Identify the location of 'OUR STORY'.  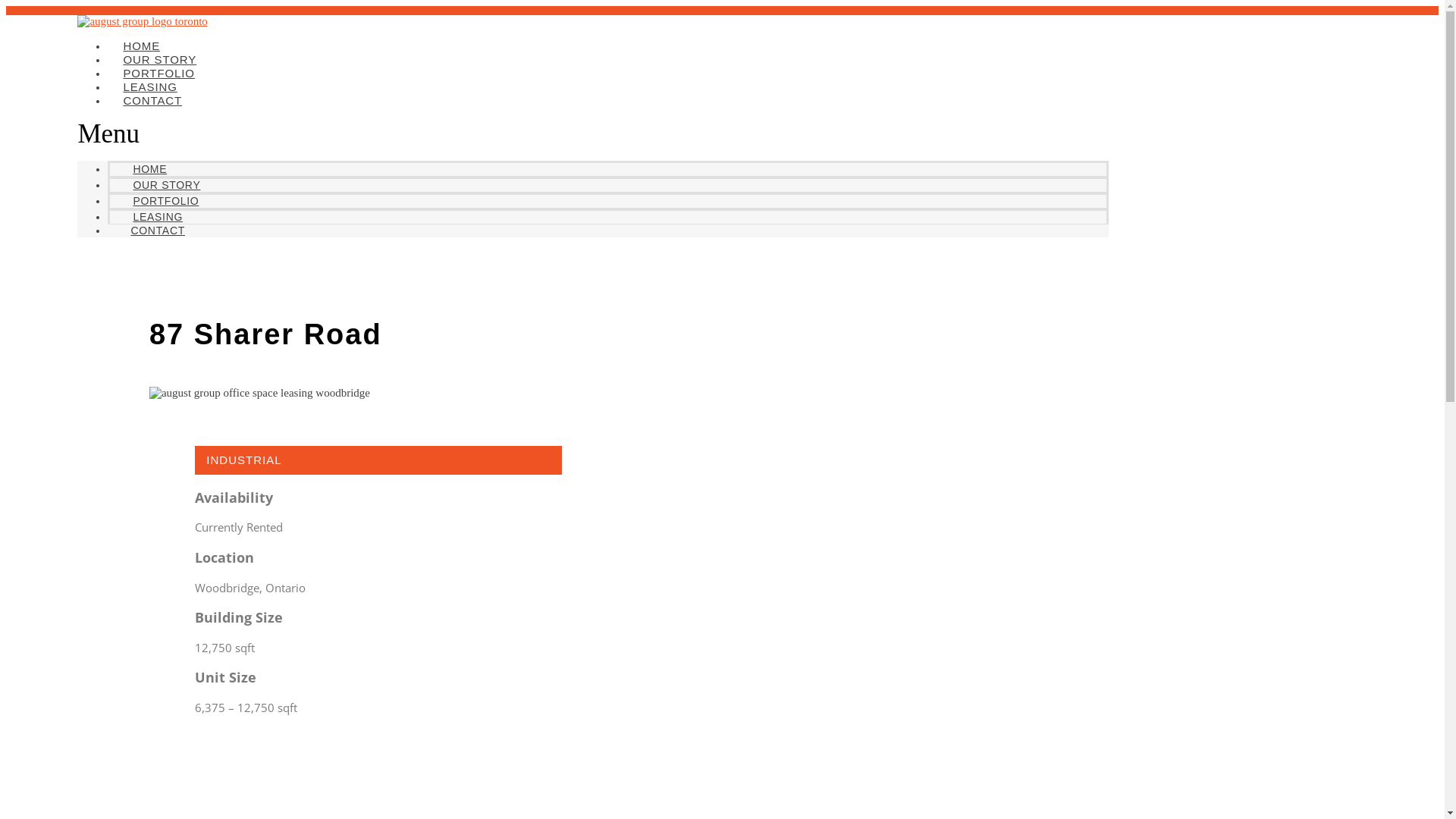
(166, 184).